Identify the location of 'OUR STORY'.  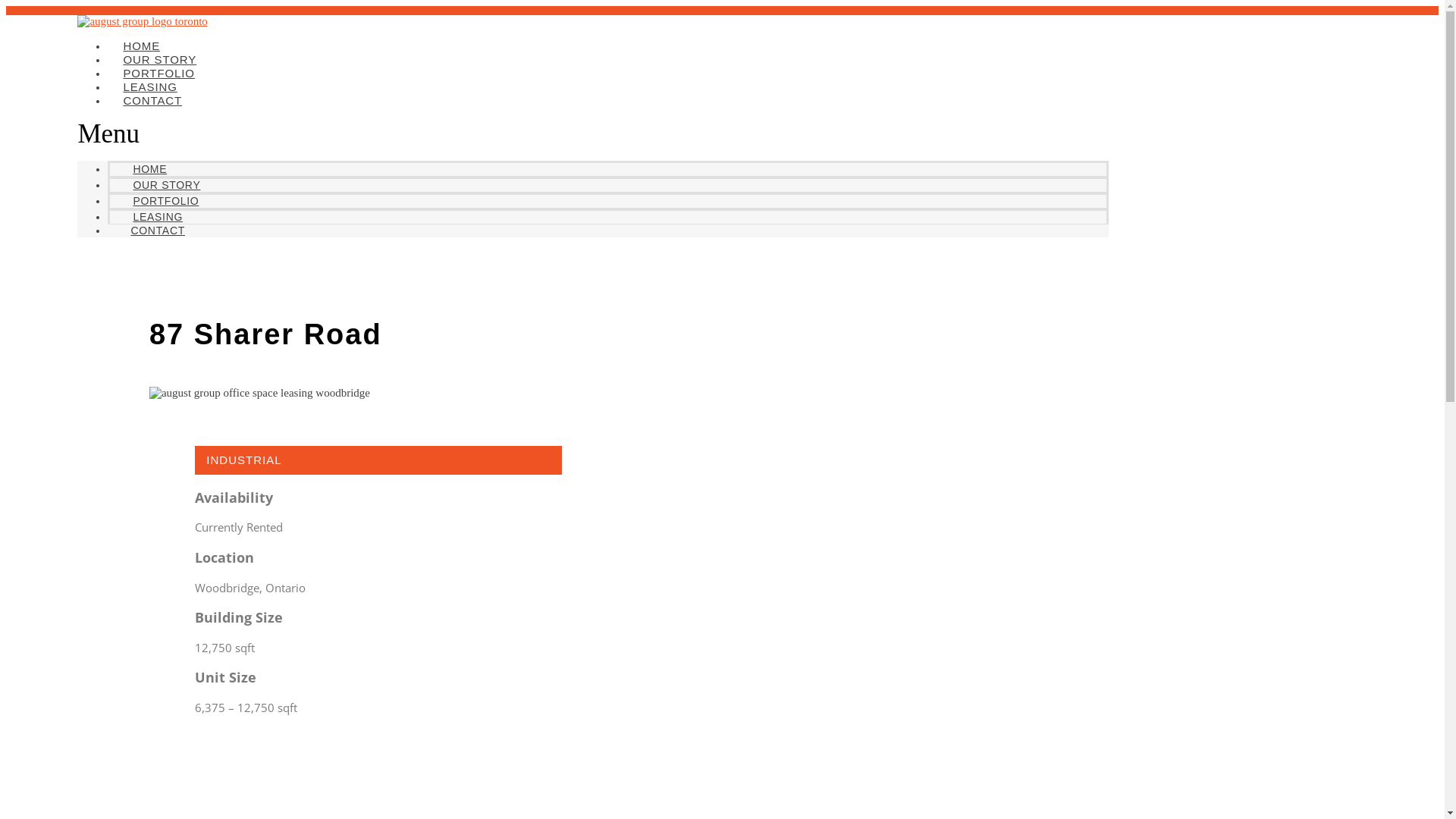
(166, 184).